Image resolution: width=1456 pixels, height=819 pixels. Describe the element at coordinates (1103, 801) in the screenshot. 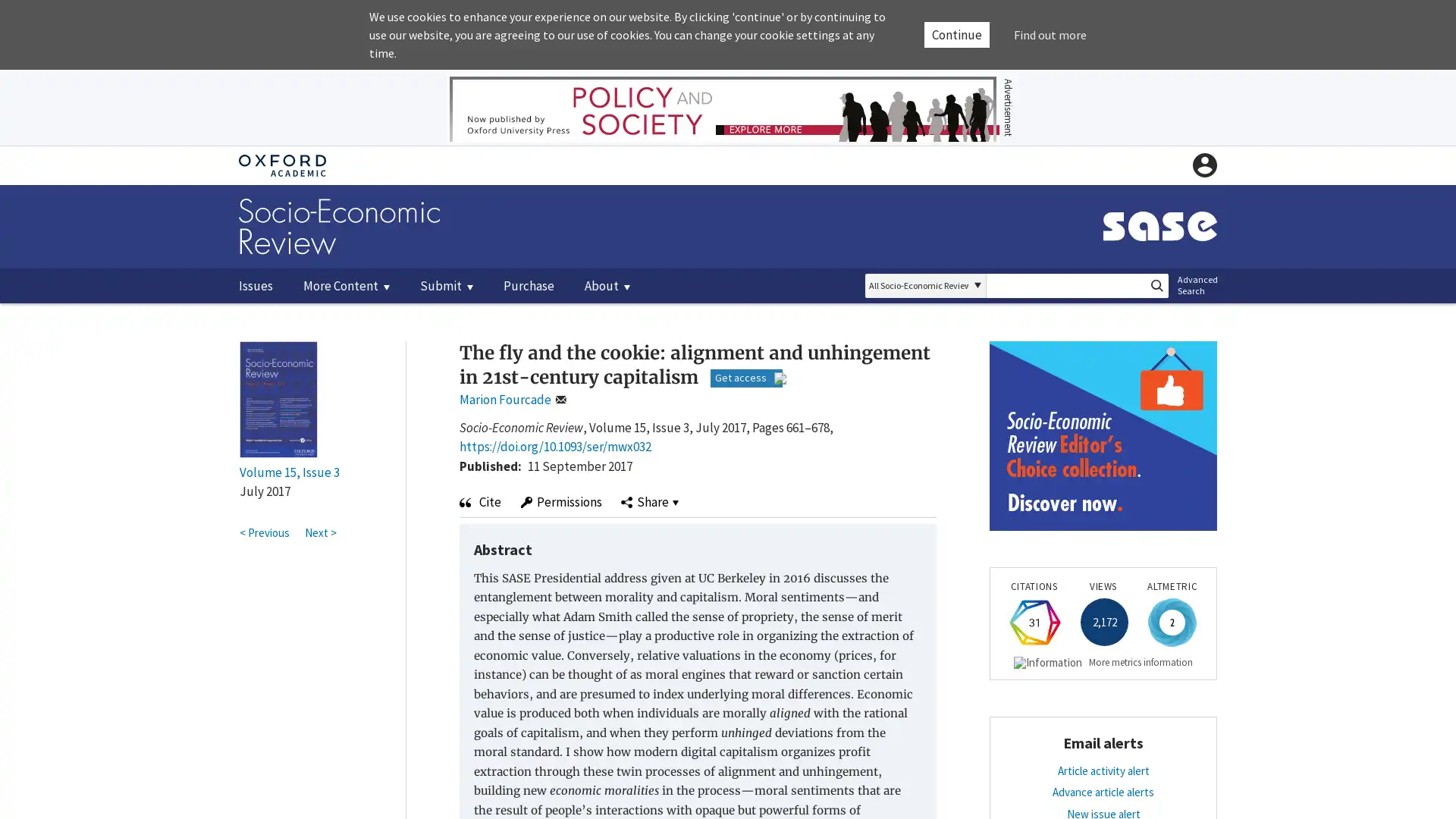

I see `Advance article alerts` at that location.